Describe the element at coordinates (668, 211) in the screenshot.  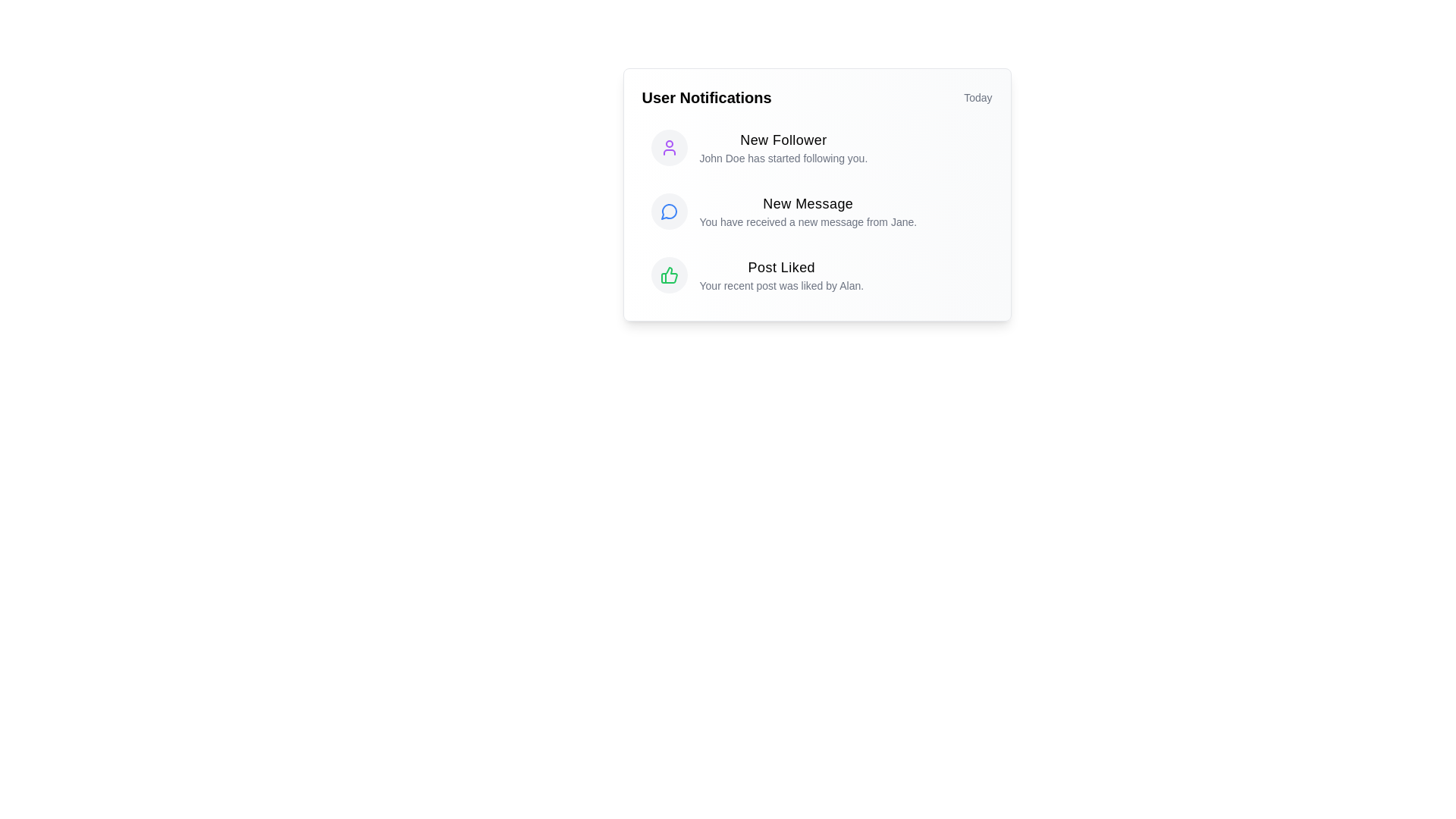
I see `the message notification icon, which is the second icon in the list, positioned between the purple person icon above and the green thumbs-up icon below` at that location.